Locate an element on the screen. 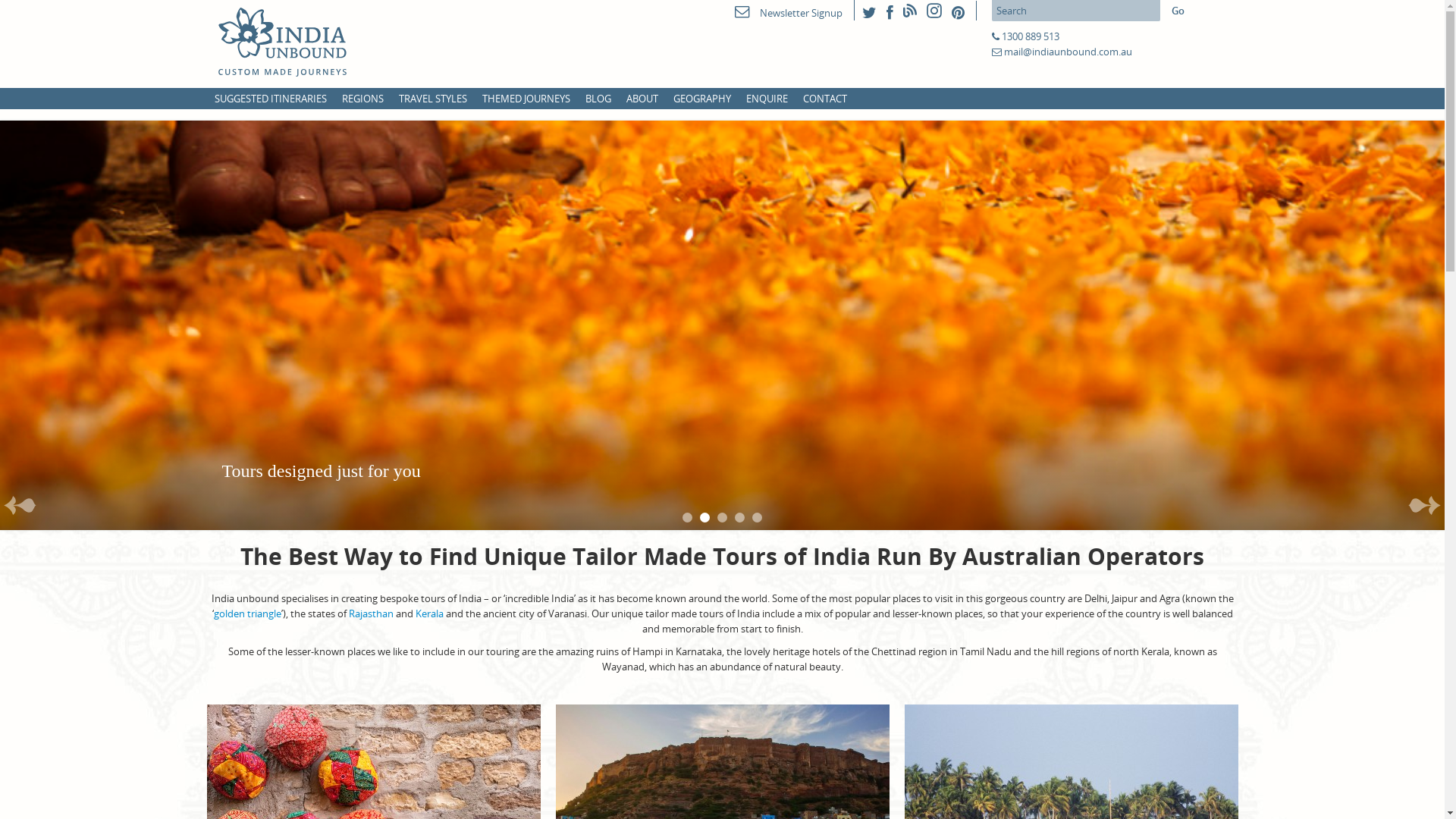  '2' is located at coordinates (704, 516).